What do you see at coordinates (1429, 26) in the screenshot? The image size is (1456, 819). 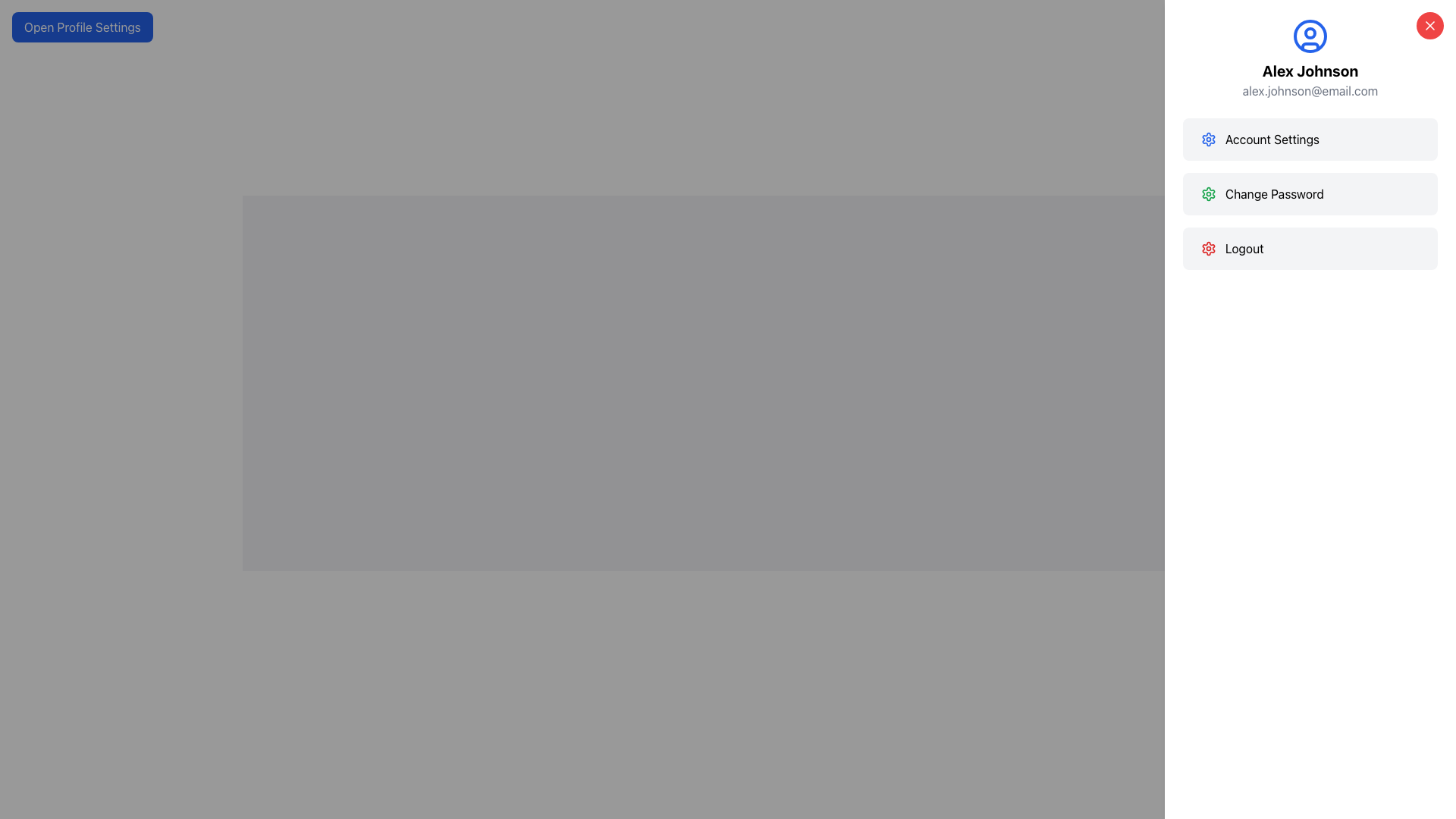 I see `the close button located at the top-right corner of the white side panel containing account settings and user information` at bounding box center [1429, 26].